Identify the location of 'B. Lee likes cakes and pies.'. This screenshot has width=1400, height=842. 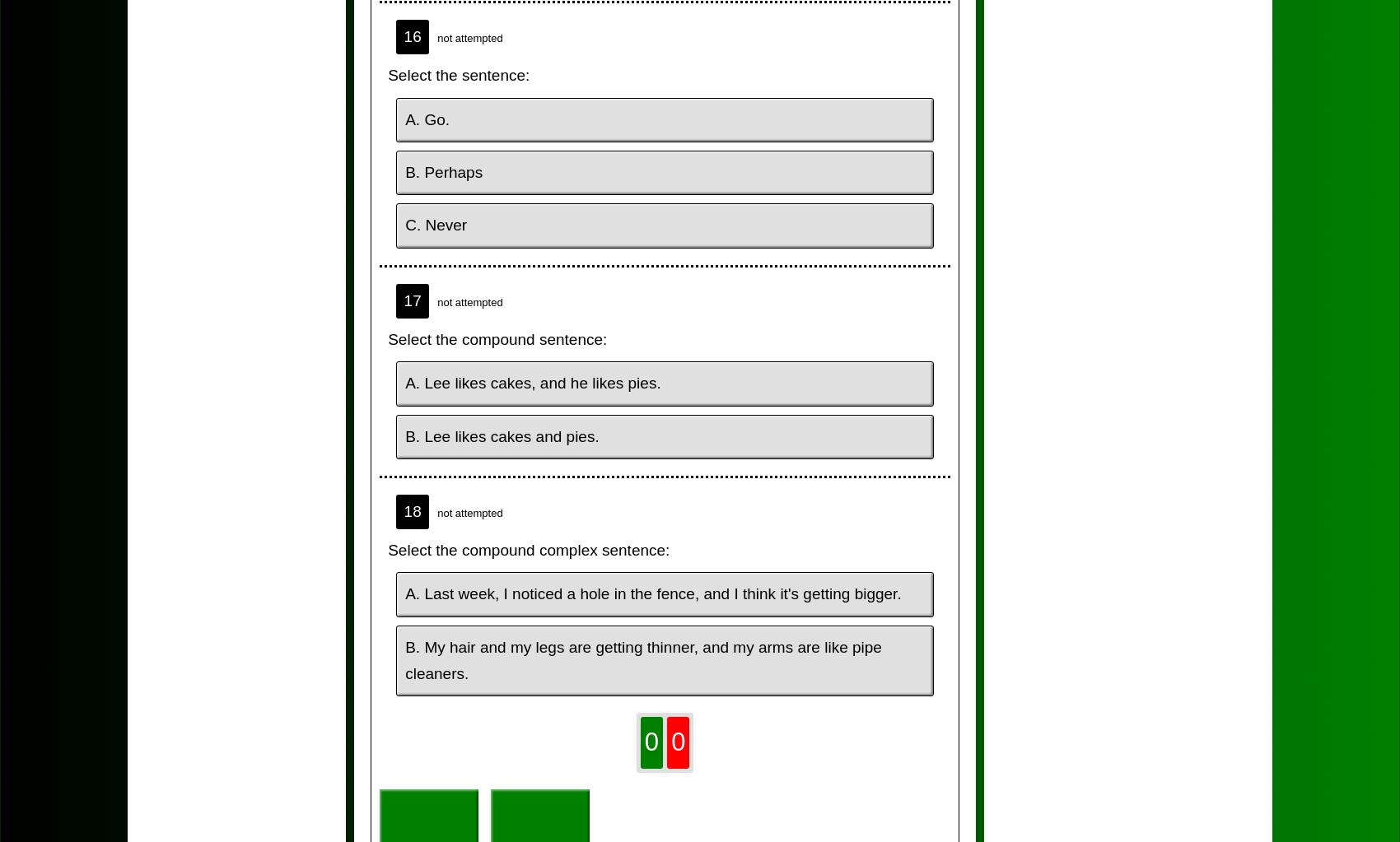
(501, 435).